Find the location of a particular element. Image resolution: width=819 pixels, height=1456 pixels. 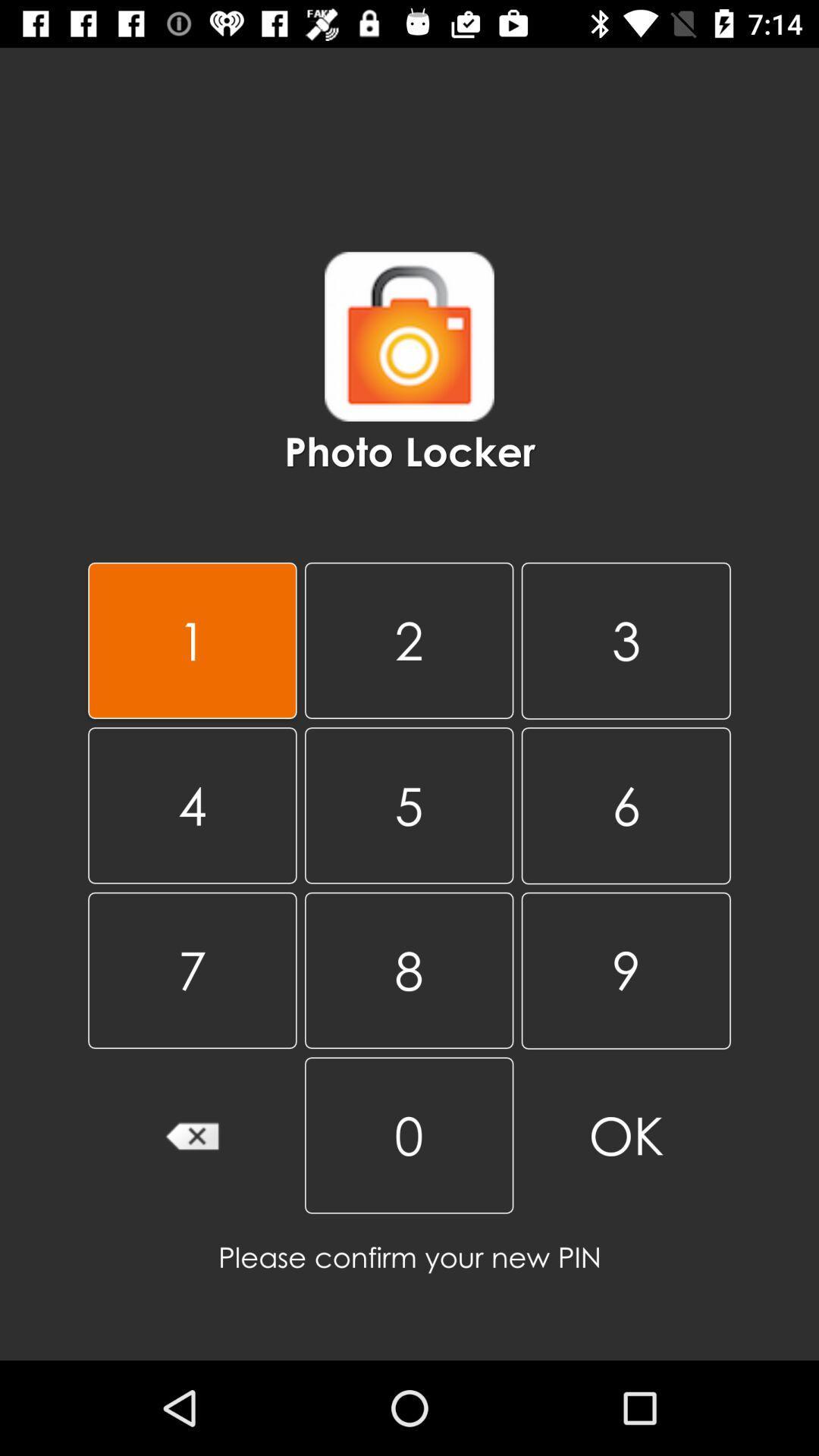

the icon below the 3 icon is located at coordinates (408, 805).